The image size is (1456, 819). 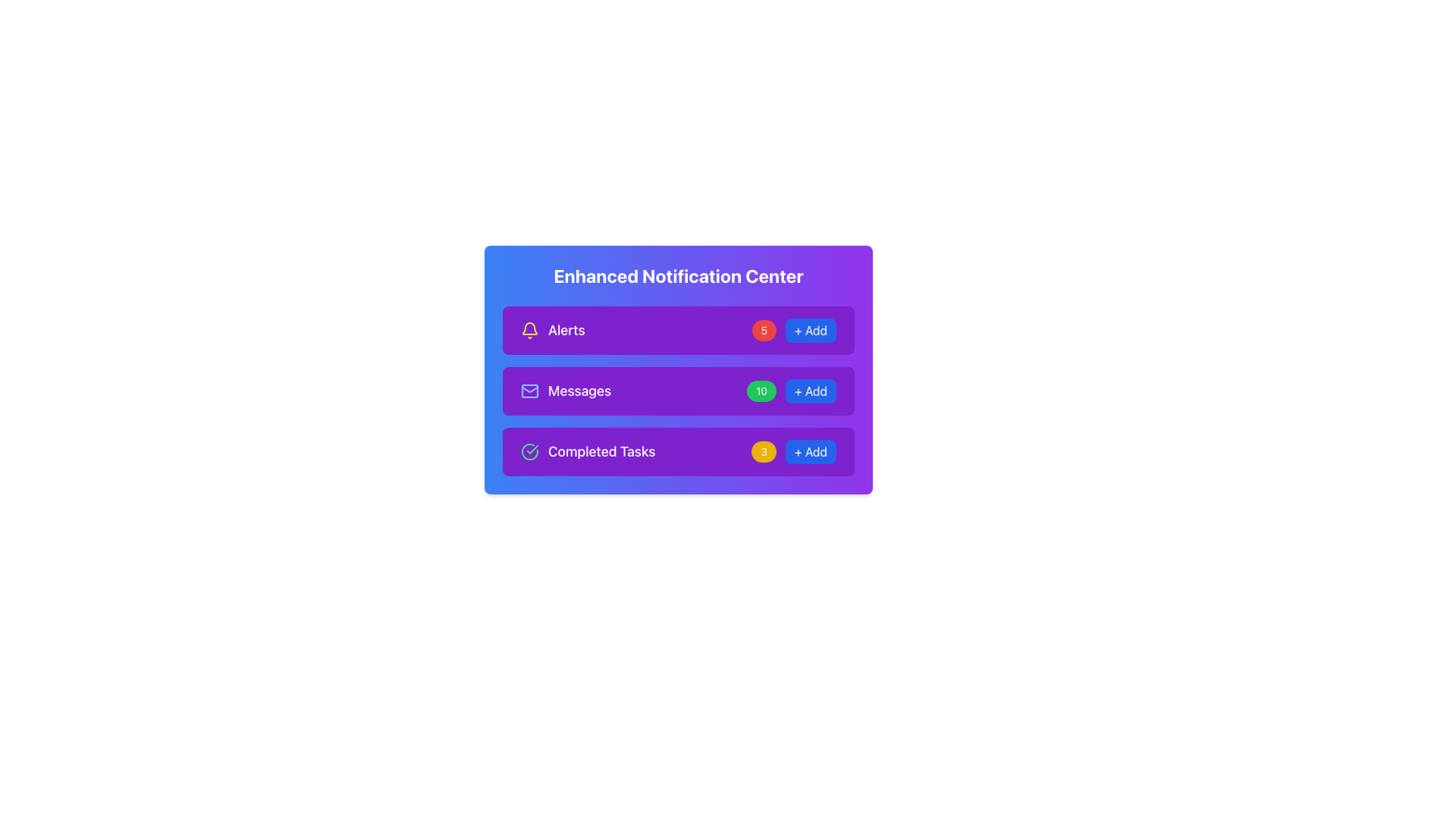 I want to click on the envelope icon that represents 'Messages', which is characterized by a light blue stroke and a simplistic design, positioned to the left of the text 'Messages', so click(x=530, y=391).